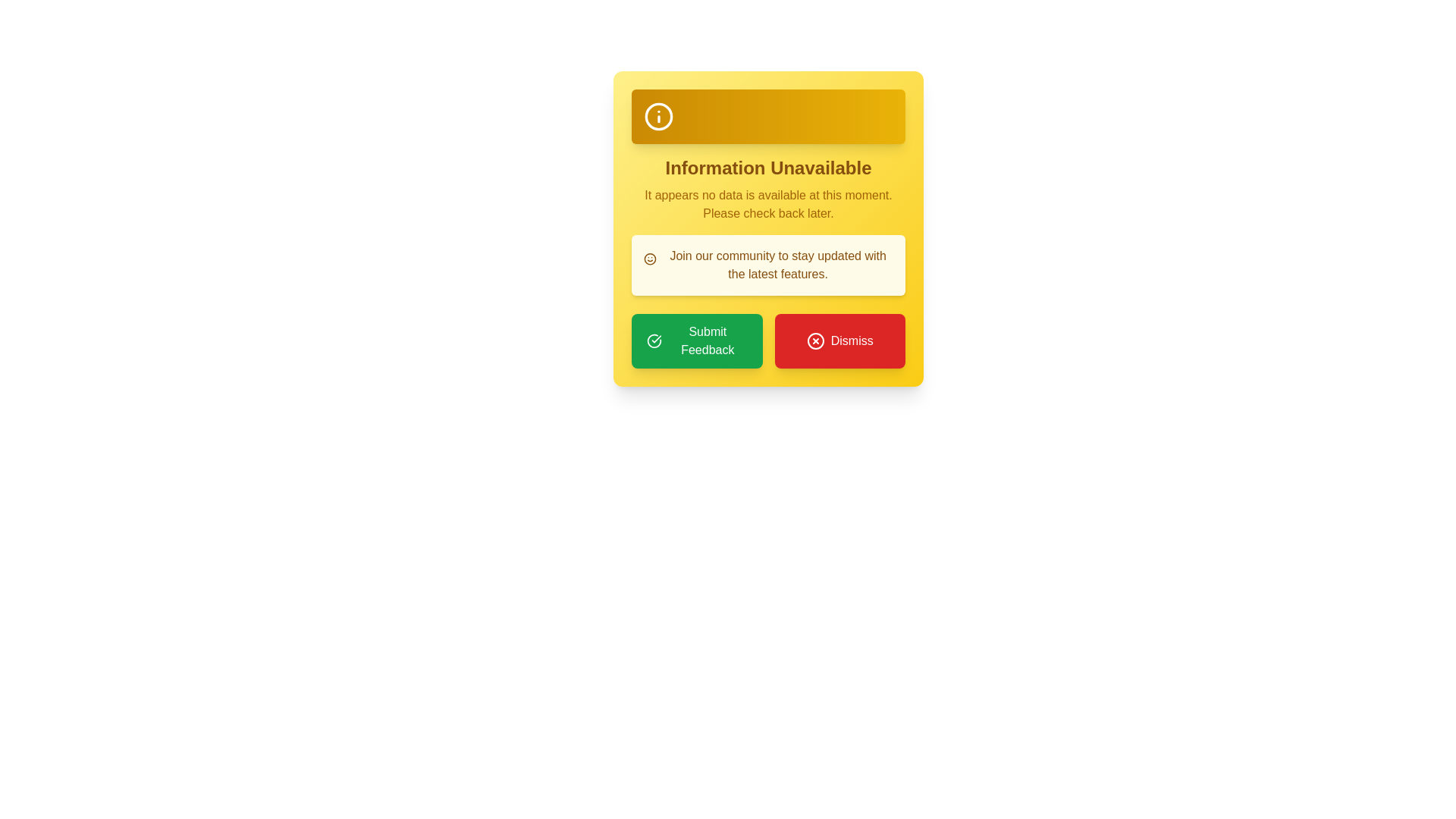 This screenshot has height=819, width=1456. Describe the element at coordinates (658, 116) in the screenshot. I see `the graphic icon component representing a circle located in the yellow notification box at the top-left corner, which indicates notifications` at that location.